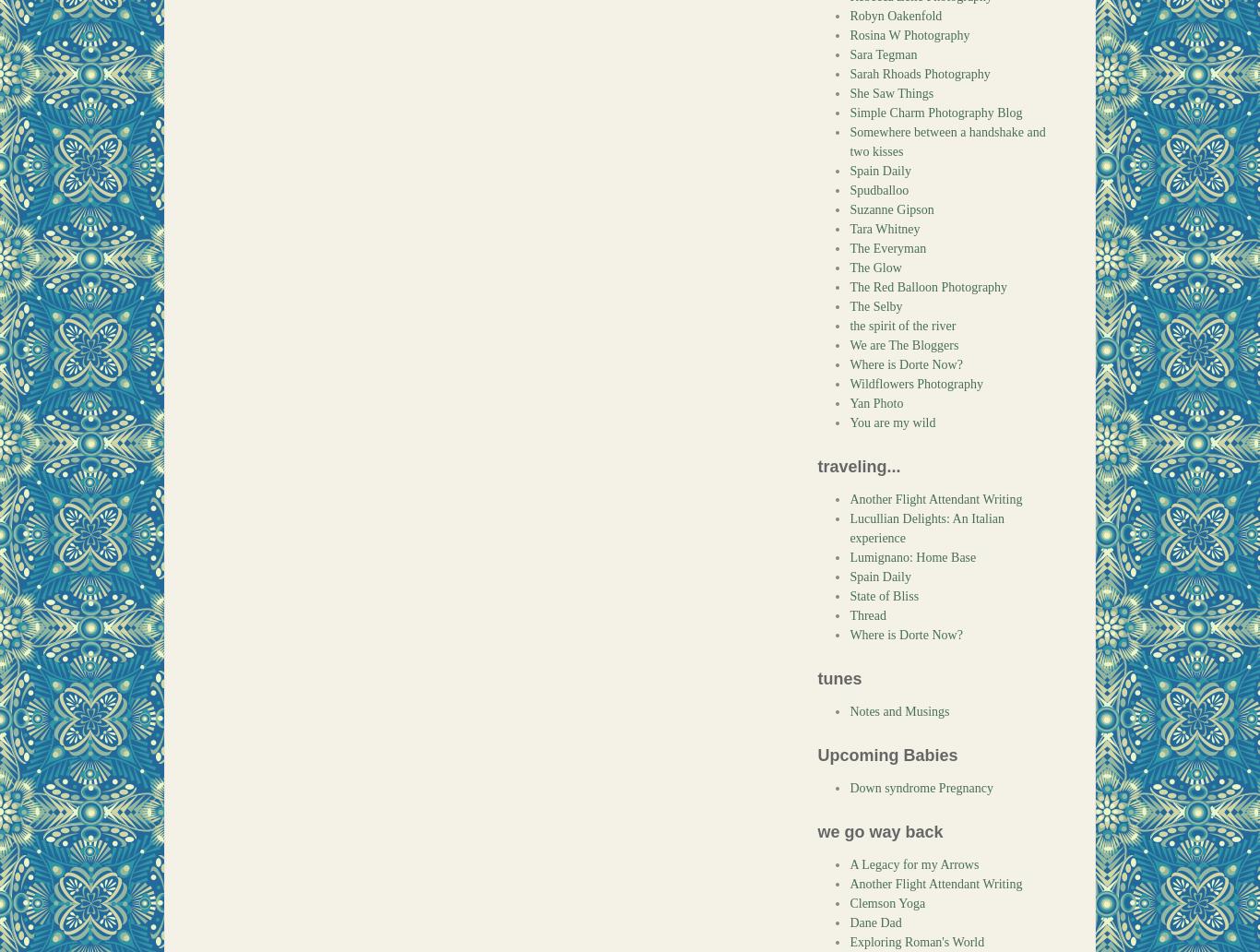 The width and height of the screenshot is (1260, 952). Describe the element at coordinates (935, 113) in the screenshot. I see `'Simple Charm Photography Blog'` at that location.